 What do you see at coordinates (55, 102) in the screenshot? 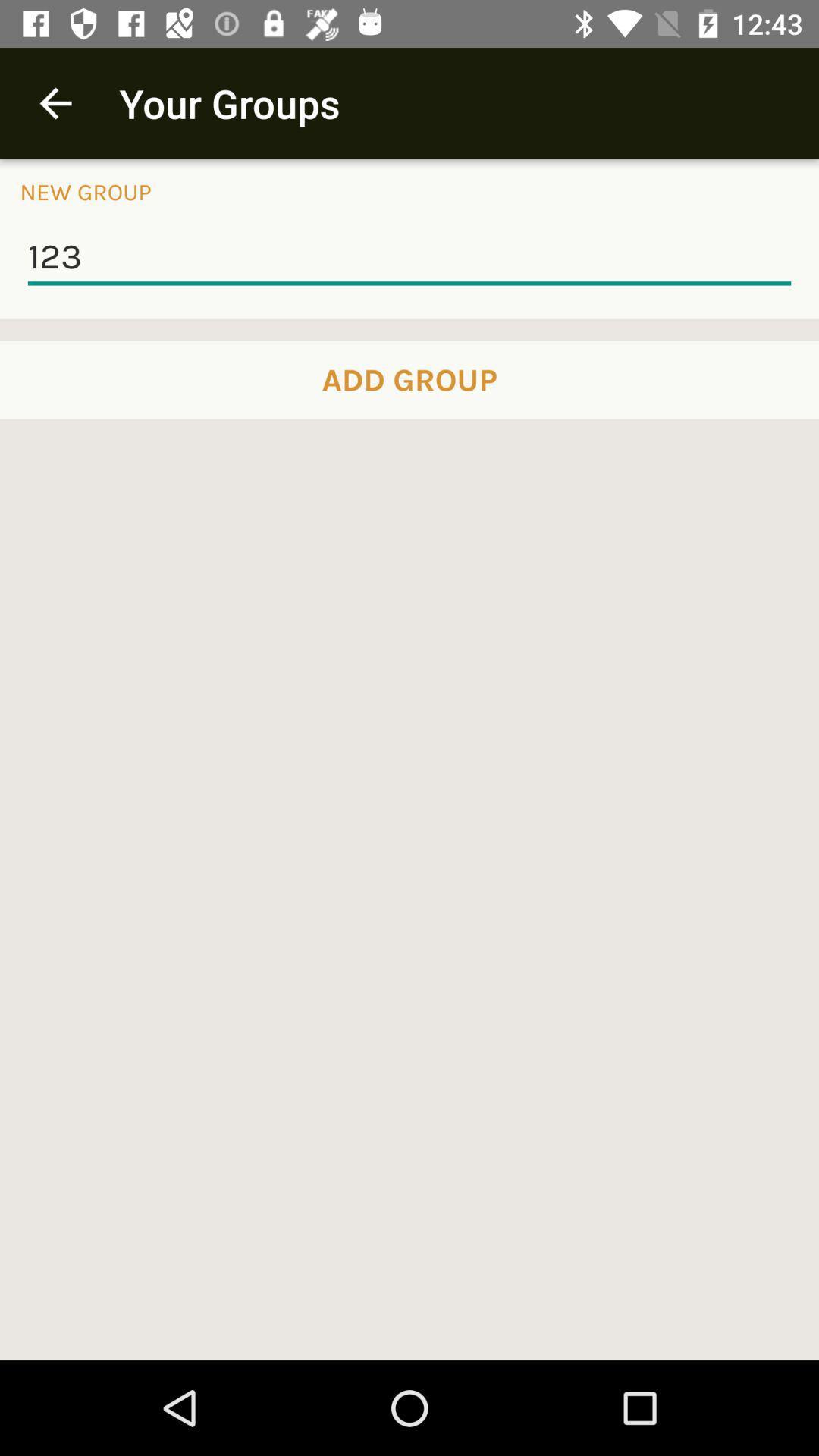
I see `icon to the left of the your groups app` at bounding box center [55, 102].